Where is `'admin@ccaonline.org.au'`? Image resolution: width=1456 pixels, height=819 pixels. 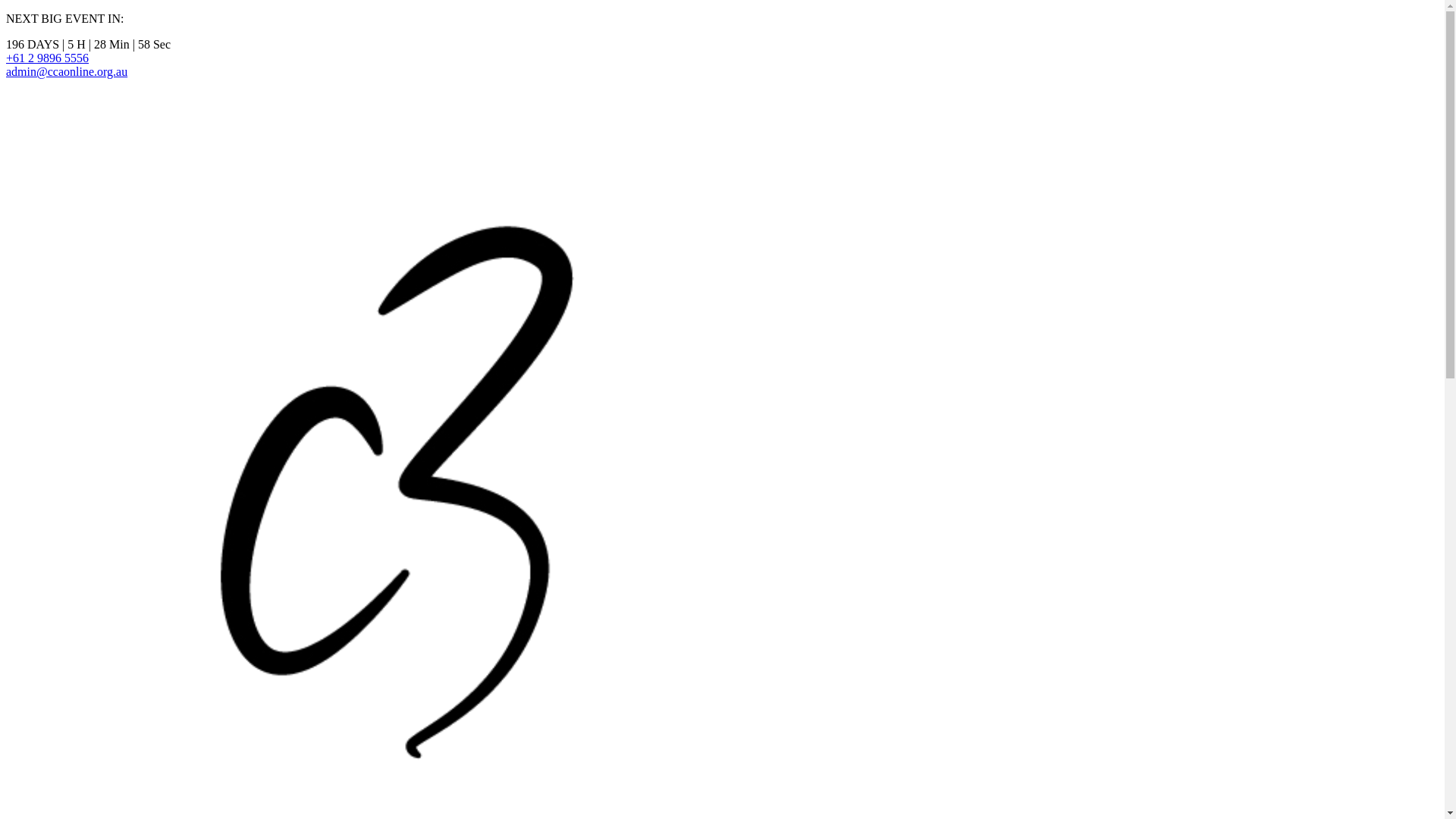 'admin@ccaonline.org.au' is located at coordinates (65, 71).